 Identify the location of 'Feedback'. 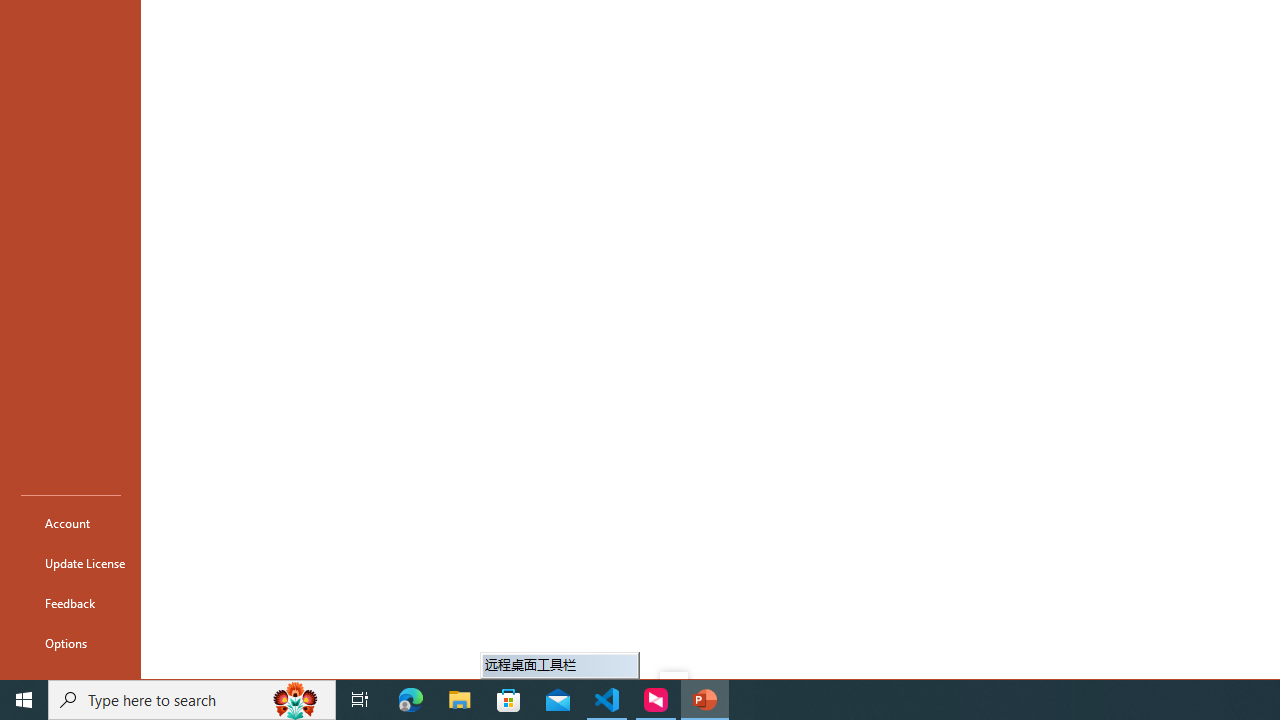
(71, 602).